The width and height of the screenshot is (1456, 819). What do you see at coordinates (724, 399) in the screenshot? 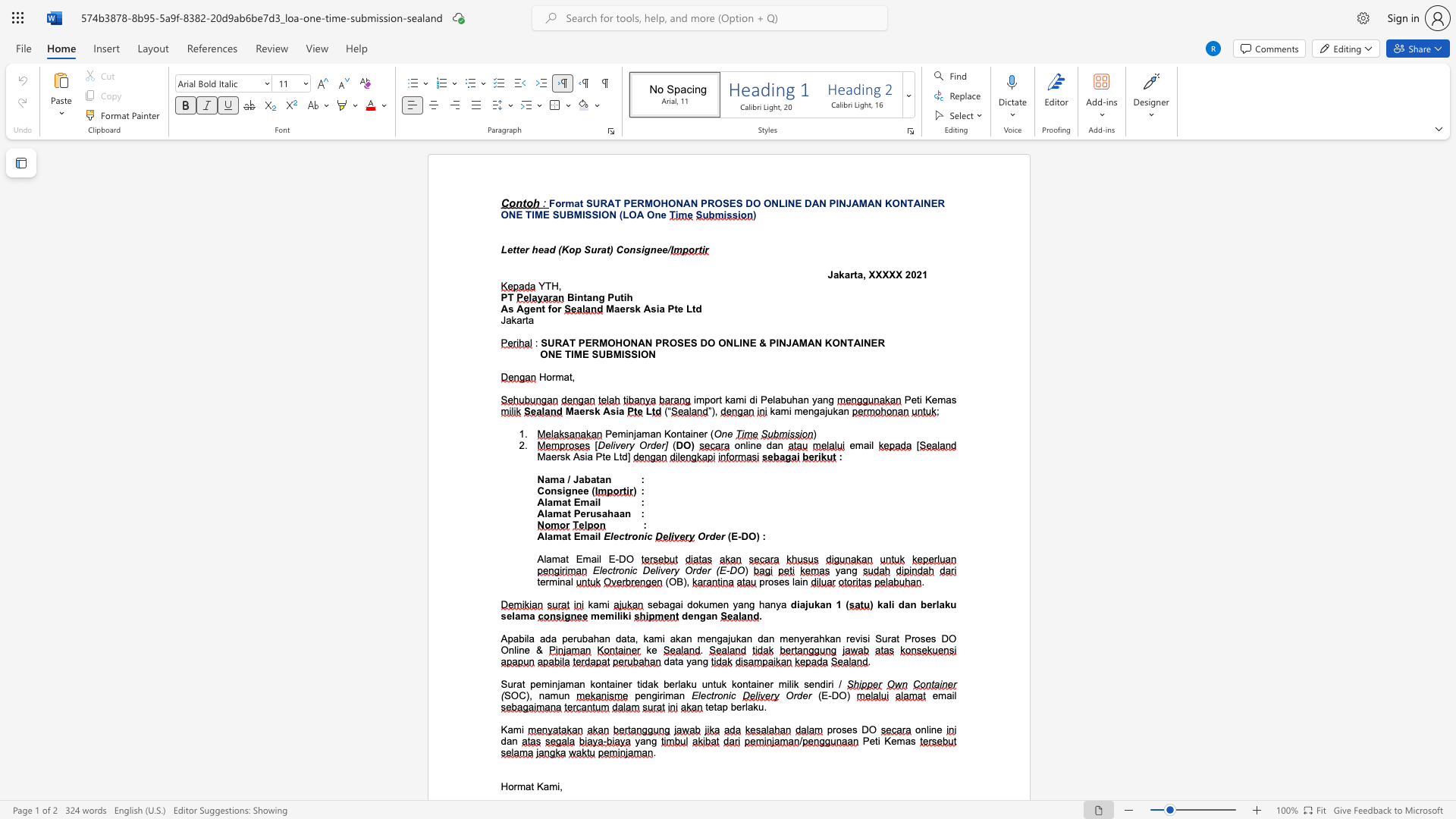
I see `the subset text "kami di Pe" within the text "import kami di Pelabuhan yang"` at bounding box center [724, 399].